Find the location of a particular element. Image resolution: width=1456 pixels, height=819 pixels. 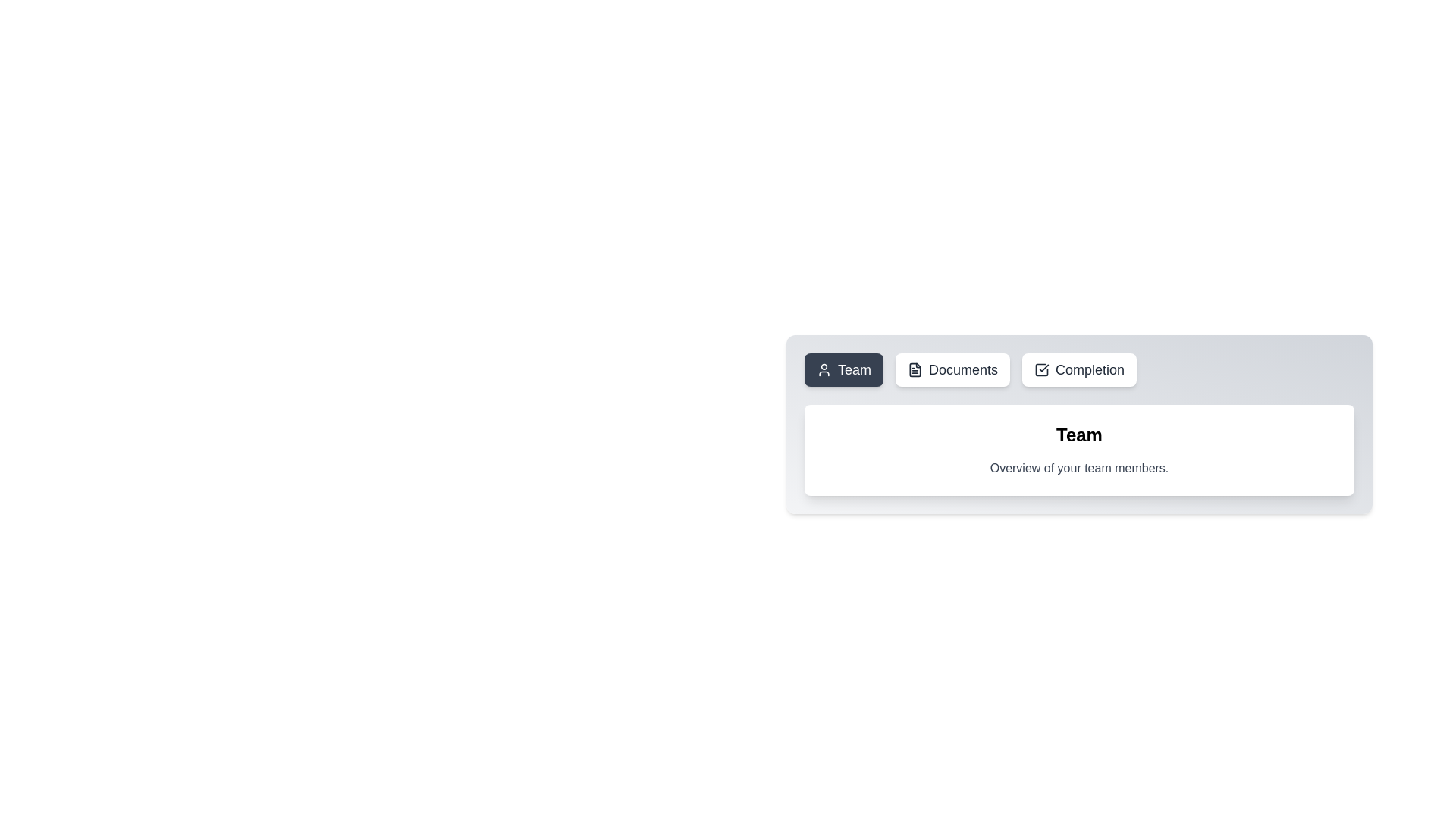

the 'Documents' button in the navigation bar, which includes a decorative 'Documents' icon and is positioned centrally among three buttons: 'Team', 'Documents', and 'Completion' is located at coordinates (915, 370).